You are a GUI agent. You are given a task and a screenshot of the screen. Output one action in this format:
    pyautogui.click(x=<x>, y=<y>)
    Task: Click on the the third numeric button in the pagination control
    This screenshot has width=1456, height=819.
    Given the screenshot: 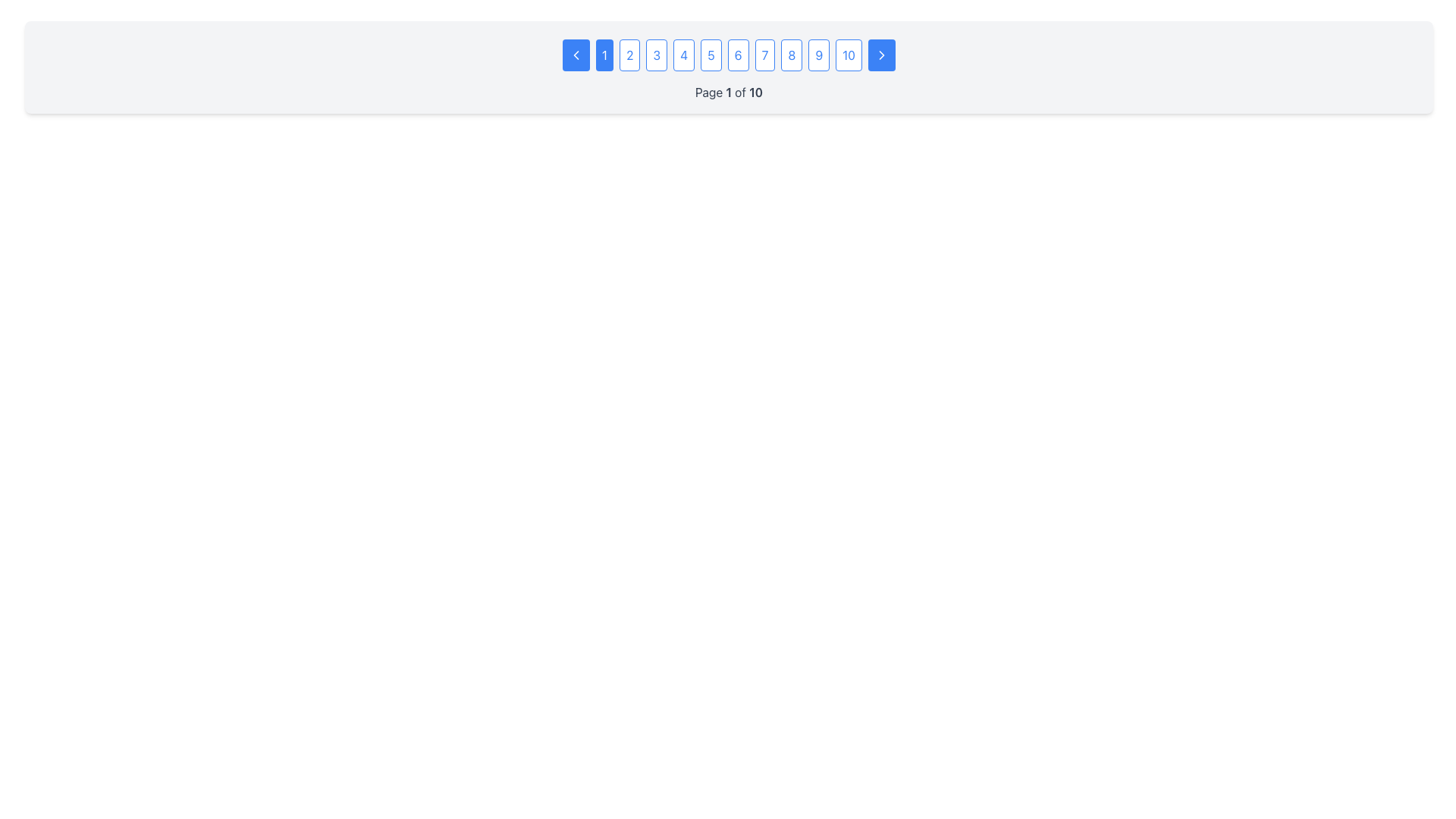 What is the action you would take?
    pyautogui.click(x=657, y=55)
    